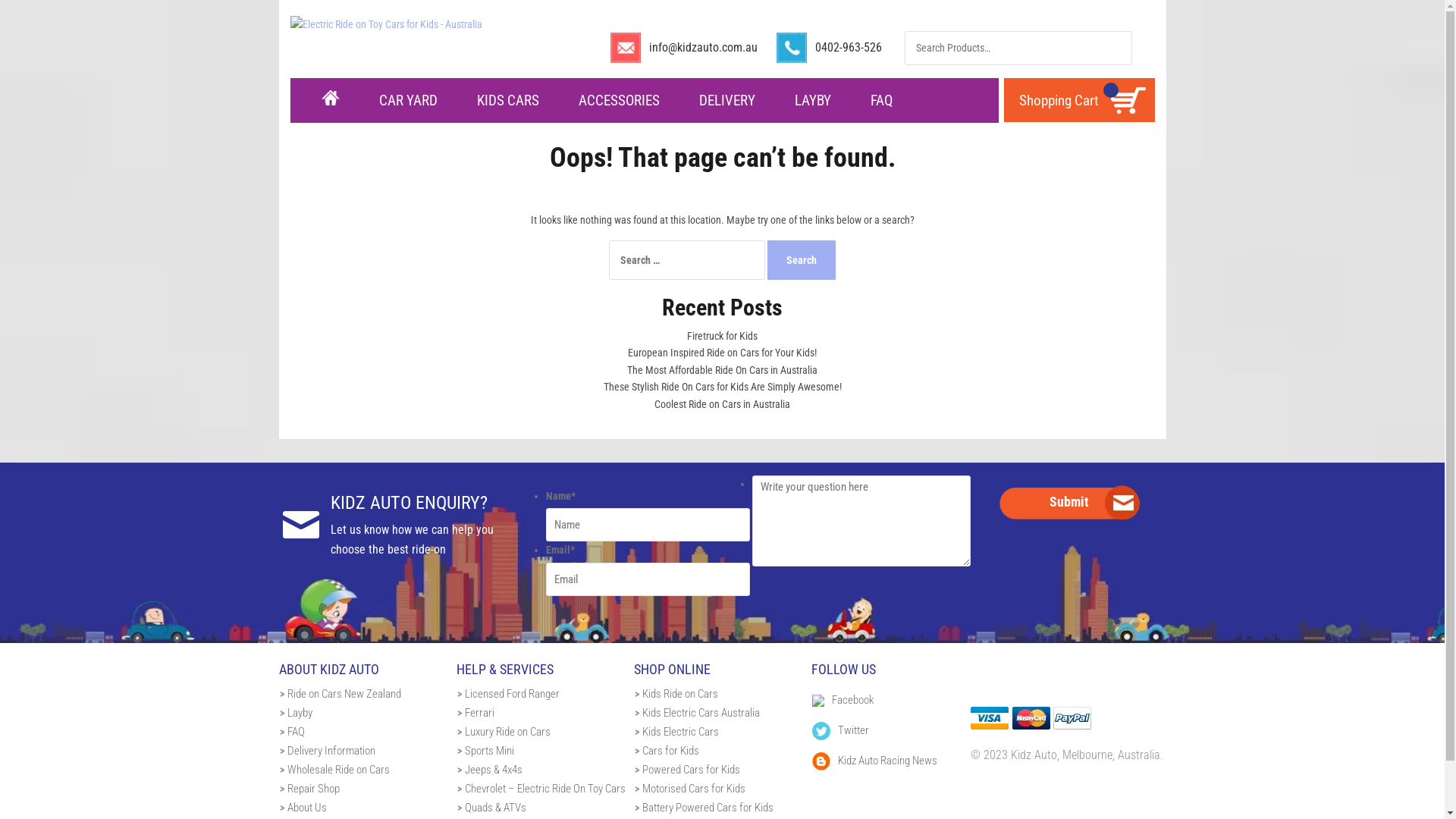 The image size is (1456, 819). Describe the element at coordinates (841, 699) in the screenshot. I see `'Facebook'` at that location.